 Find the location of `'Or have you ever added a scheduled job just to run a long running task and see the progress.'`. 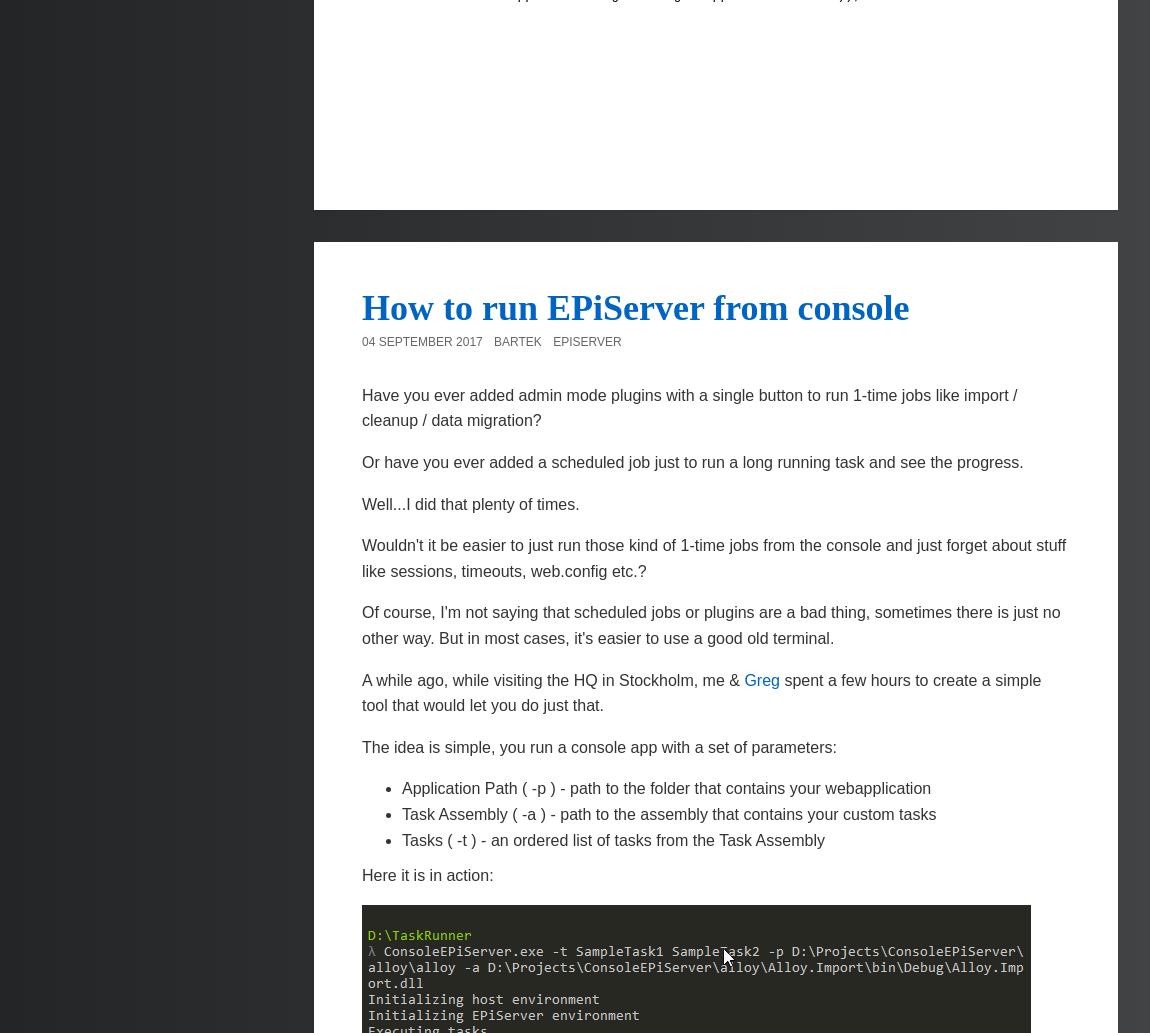

'Or have you ever added a scheduled job just to run a long running task and see the progress.' is located at coordinates (691, 462).